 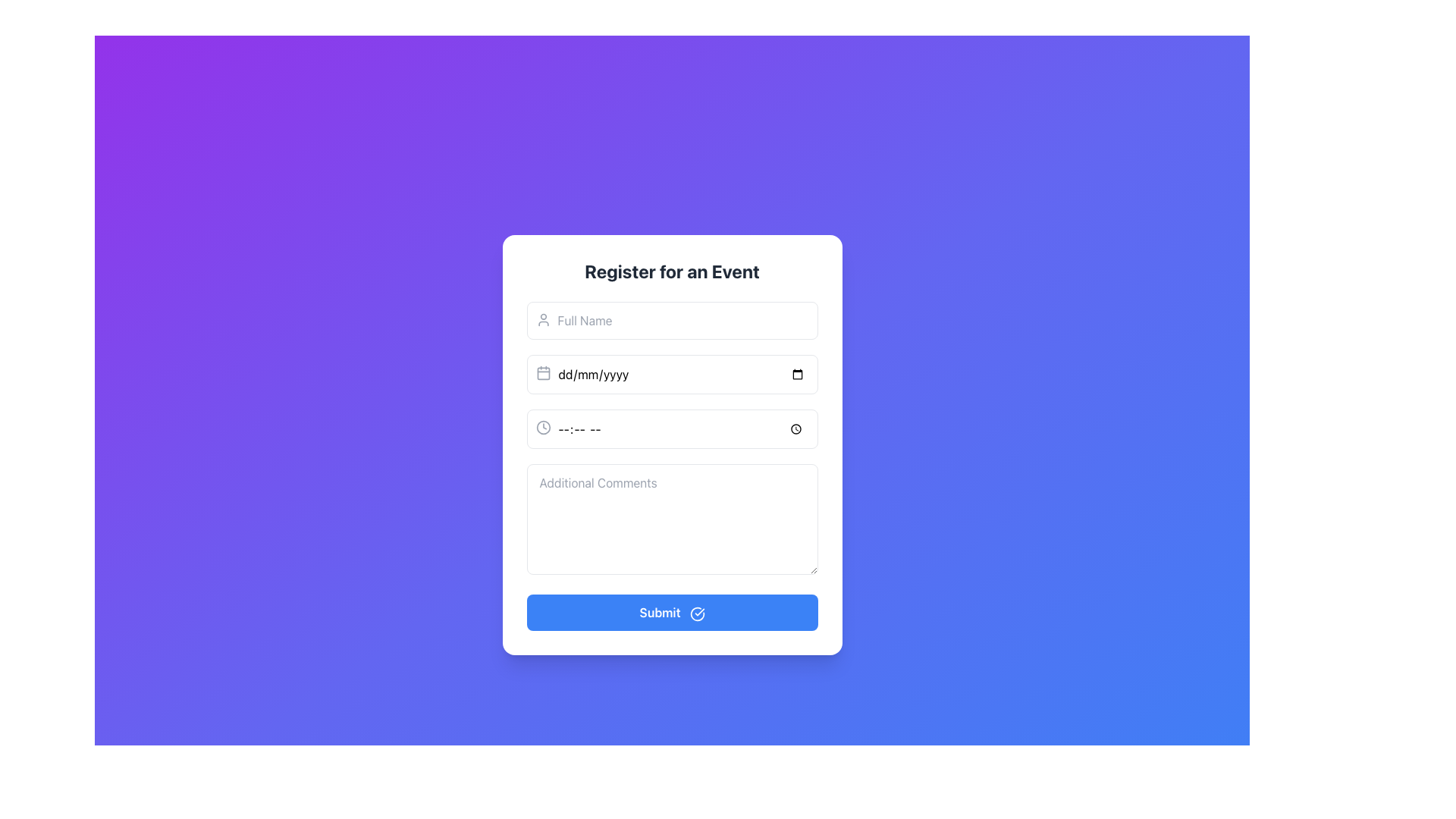 What do you see at coordinates (543, 318) in the screenshot?
I see `the user profile icon, which is a gray silhouette of a human head and shoulders located inside the 'Full Name' text input box, aligned to the left` at bounding box center [543, 318].